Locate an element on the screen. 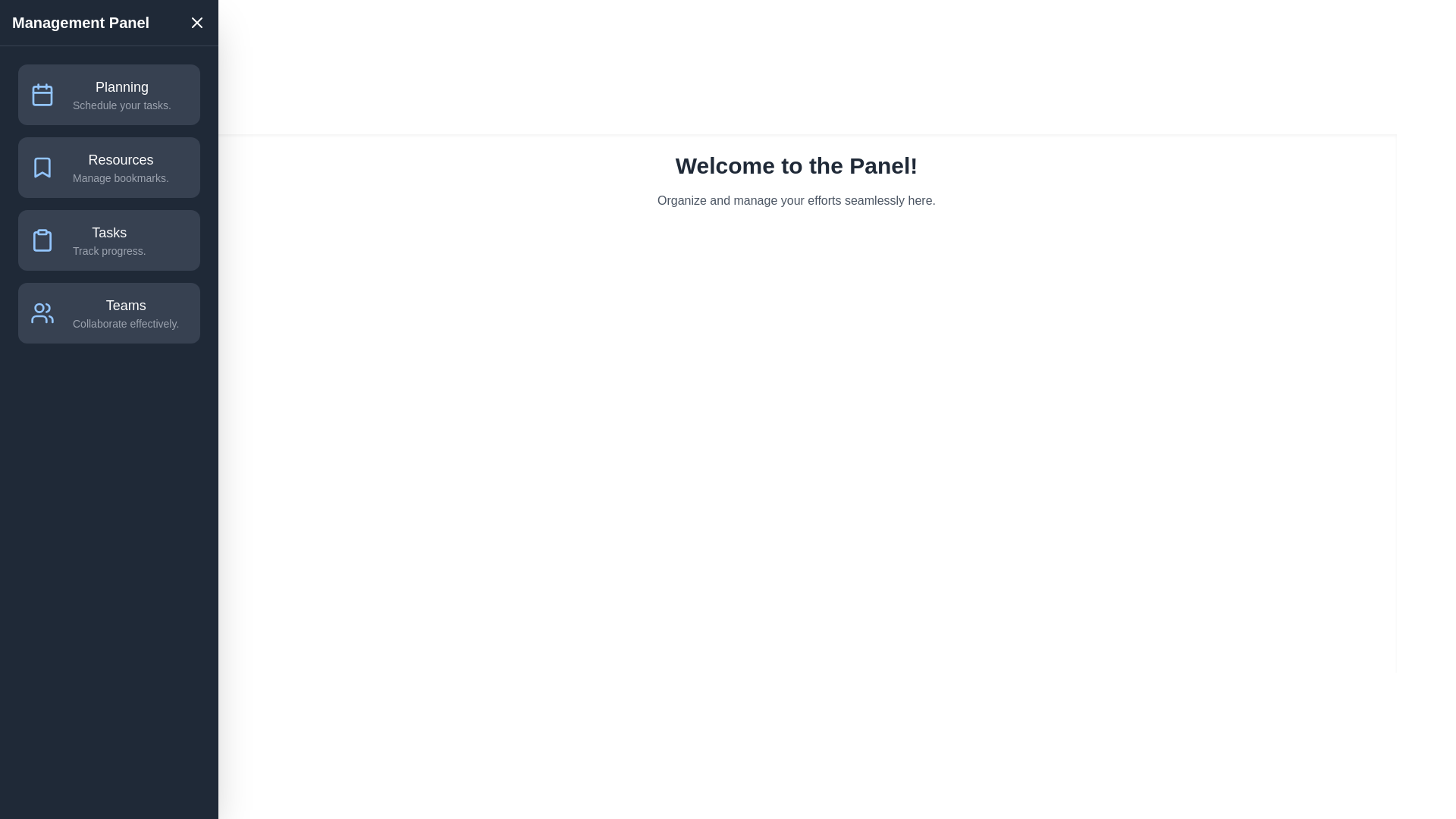 The image size is (1456, 819). the menu item Tasks to observe its hover effect is located at coordinates (108, 239).